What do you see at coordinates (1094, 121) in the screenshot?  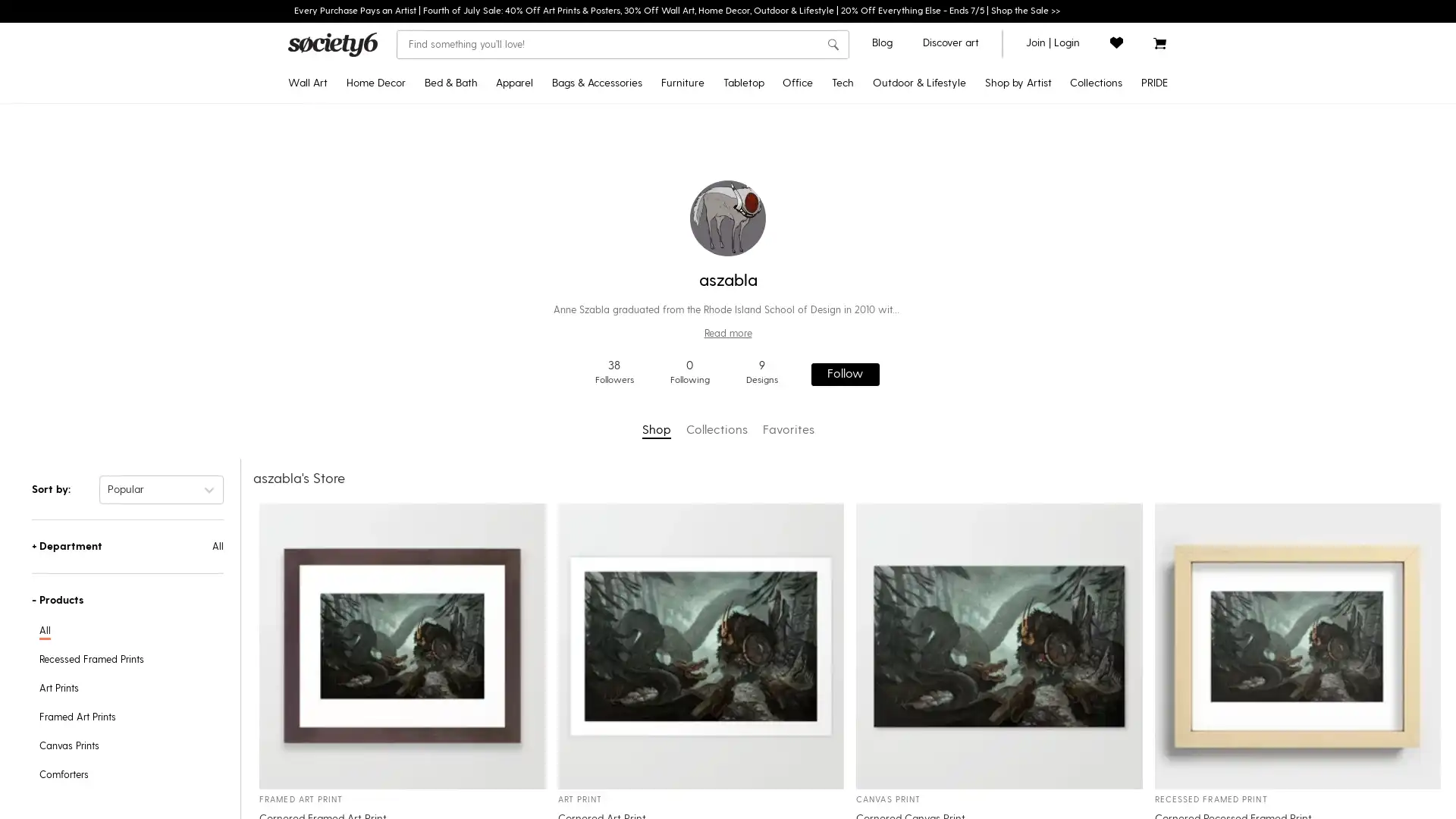 I see `Celebrate Pride Month` at bounding box center [1094, 121].